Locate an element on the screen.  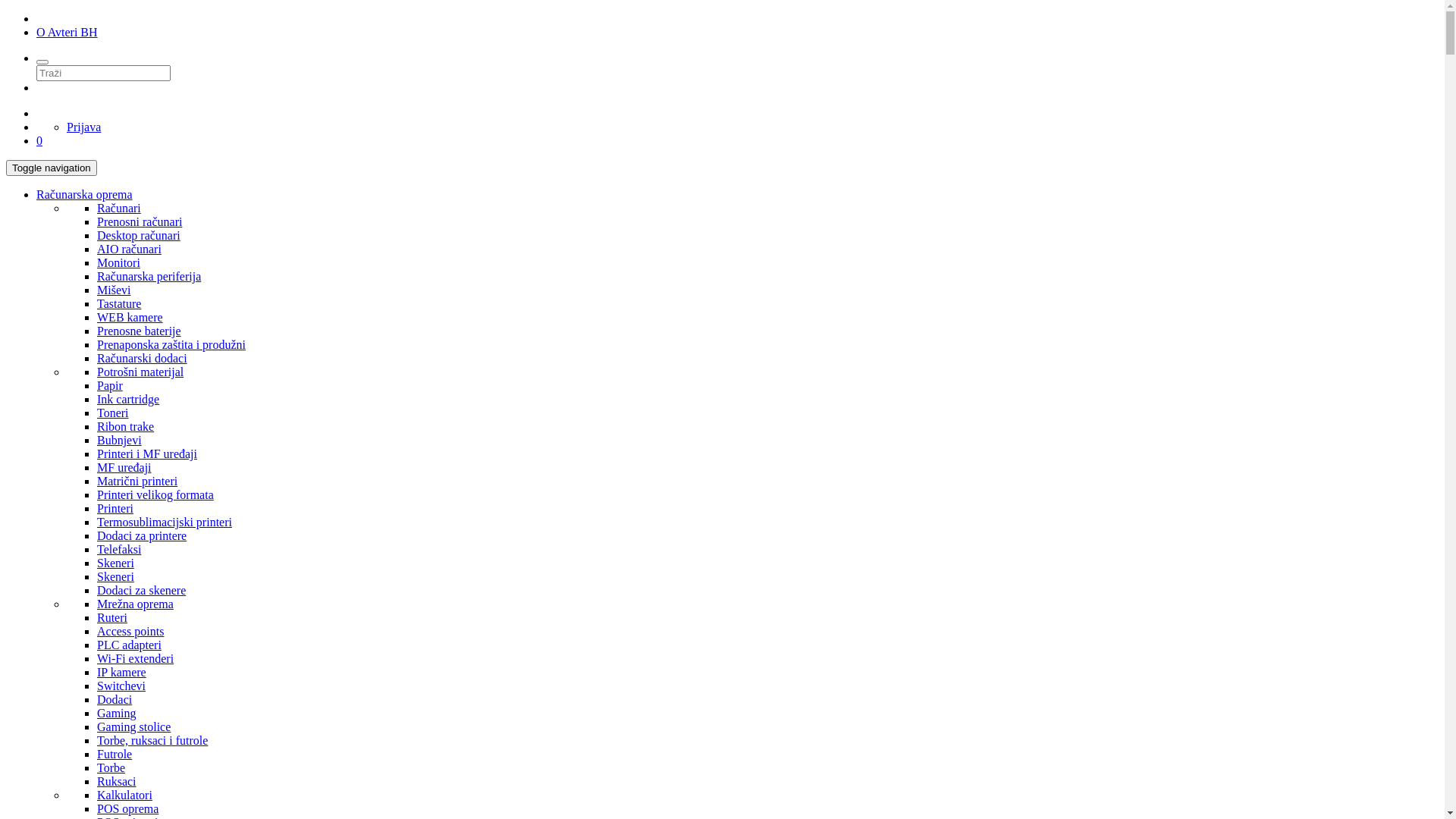
'Bubnjevi' is located at coordinates (118, 440).